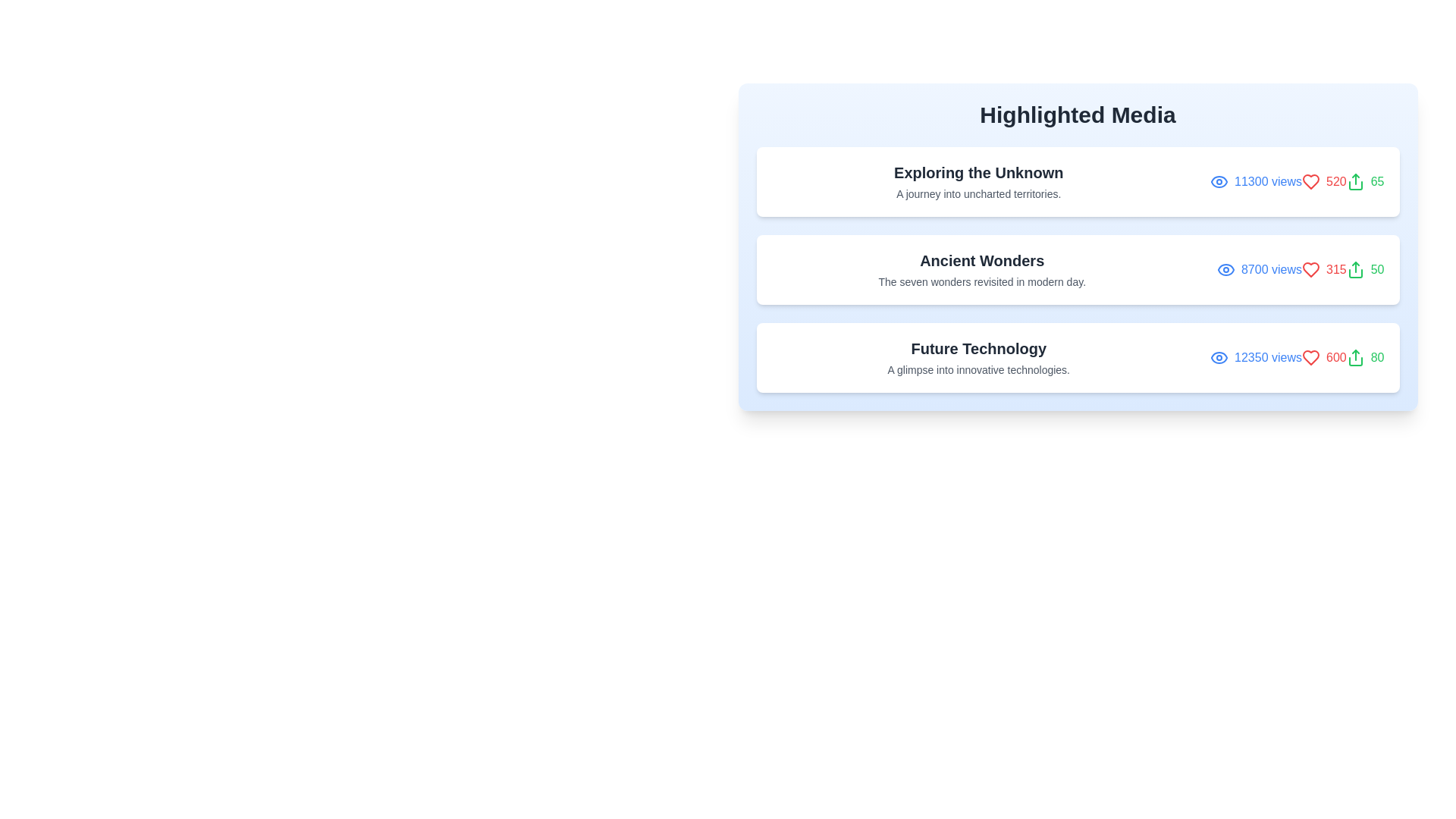 The height and width of the screenshot is (819, 1456). Describe the element at coordinates (978, 357) in the screenshot. I see `the description of the media item 'Future Technology'` at that location.